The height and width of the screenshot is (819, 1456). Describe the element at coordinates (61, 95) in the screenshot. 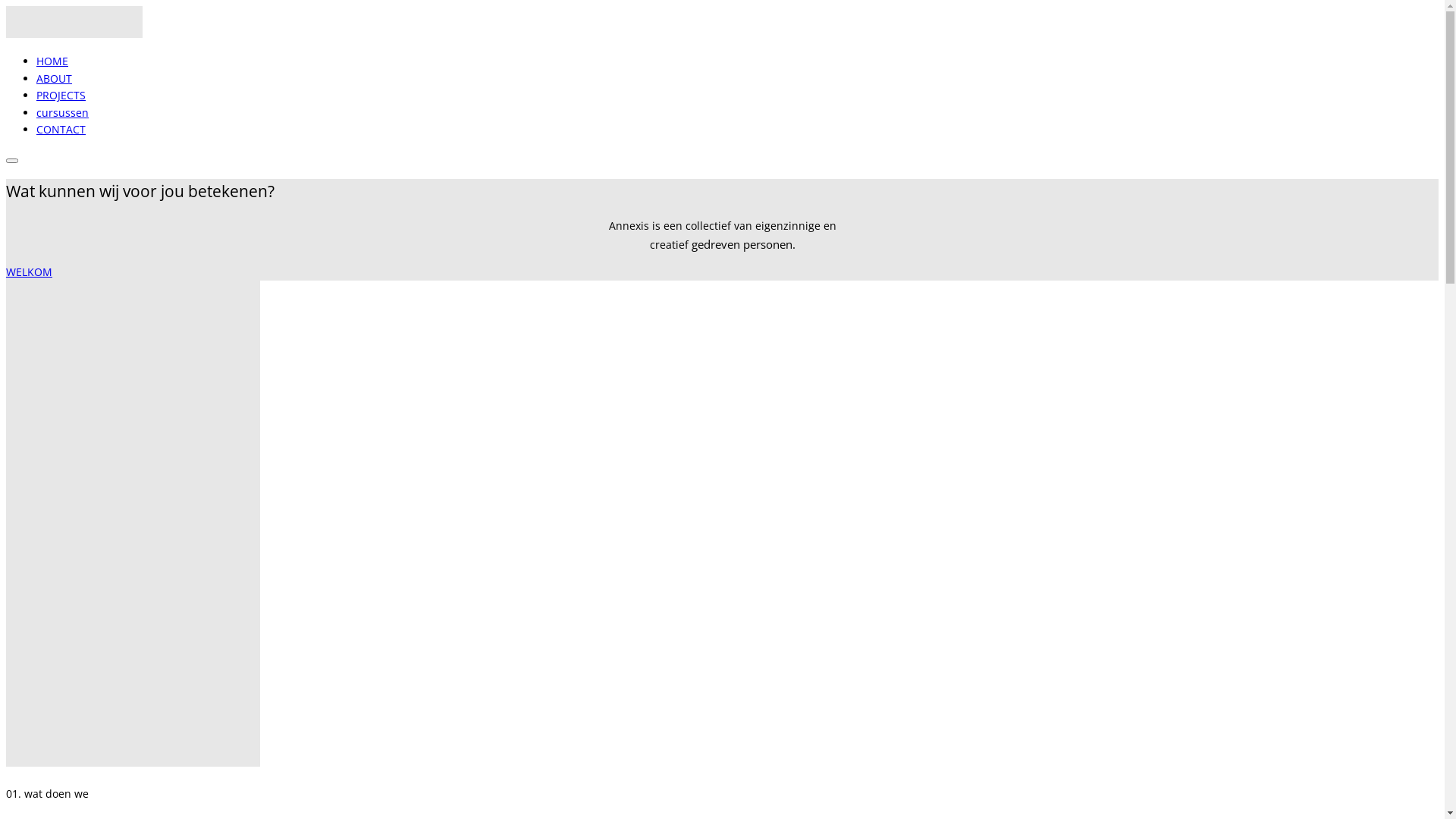

I see `'PROJECTS'` at that location.